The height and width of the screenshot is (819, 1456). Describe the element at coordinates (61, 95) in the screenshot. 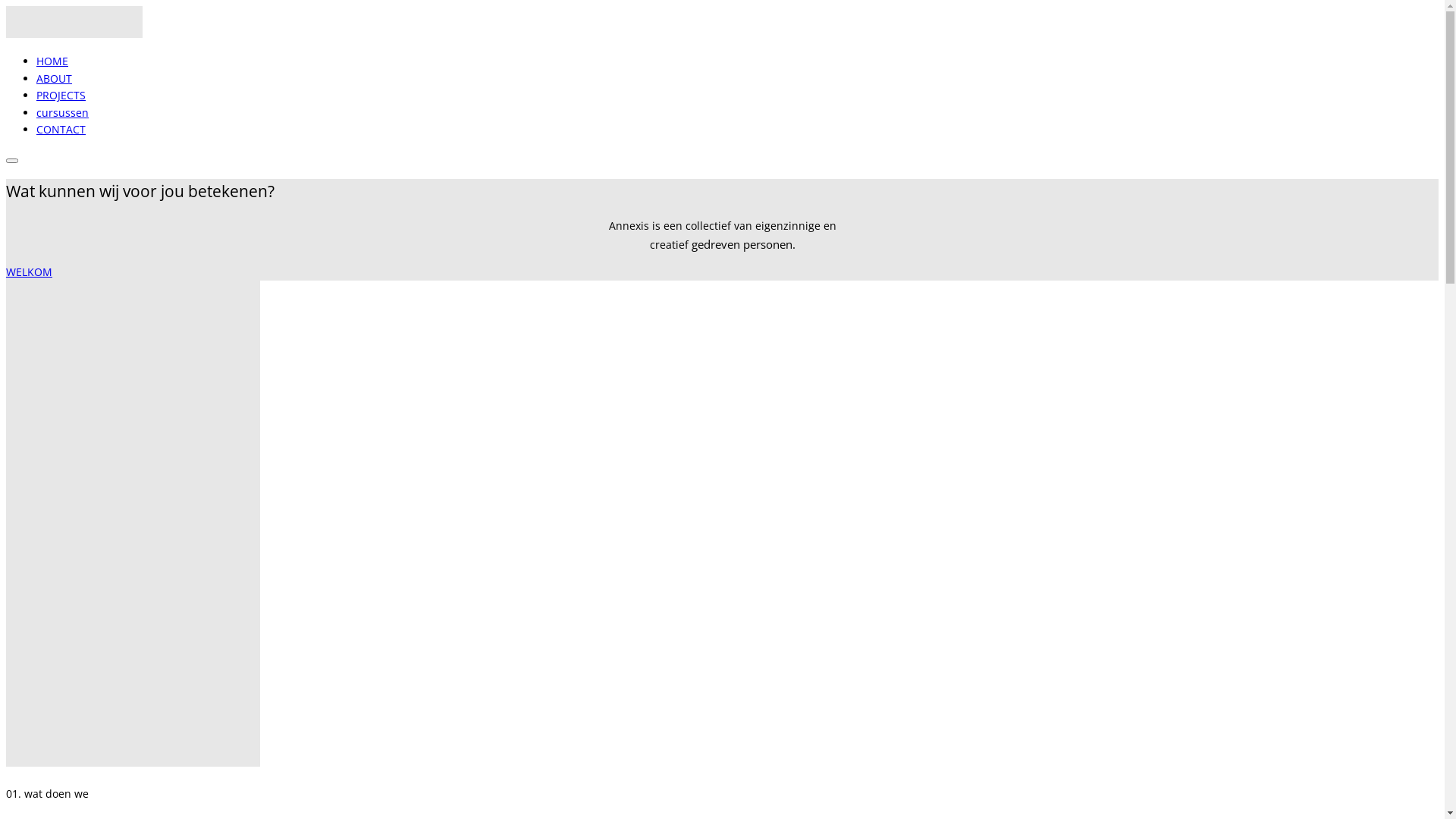

I see `'PROJECTS'` at that location.